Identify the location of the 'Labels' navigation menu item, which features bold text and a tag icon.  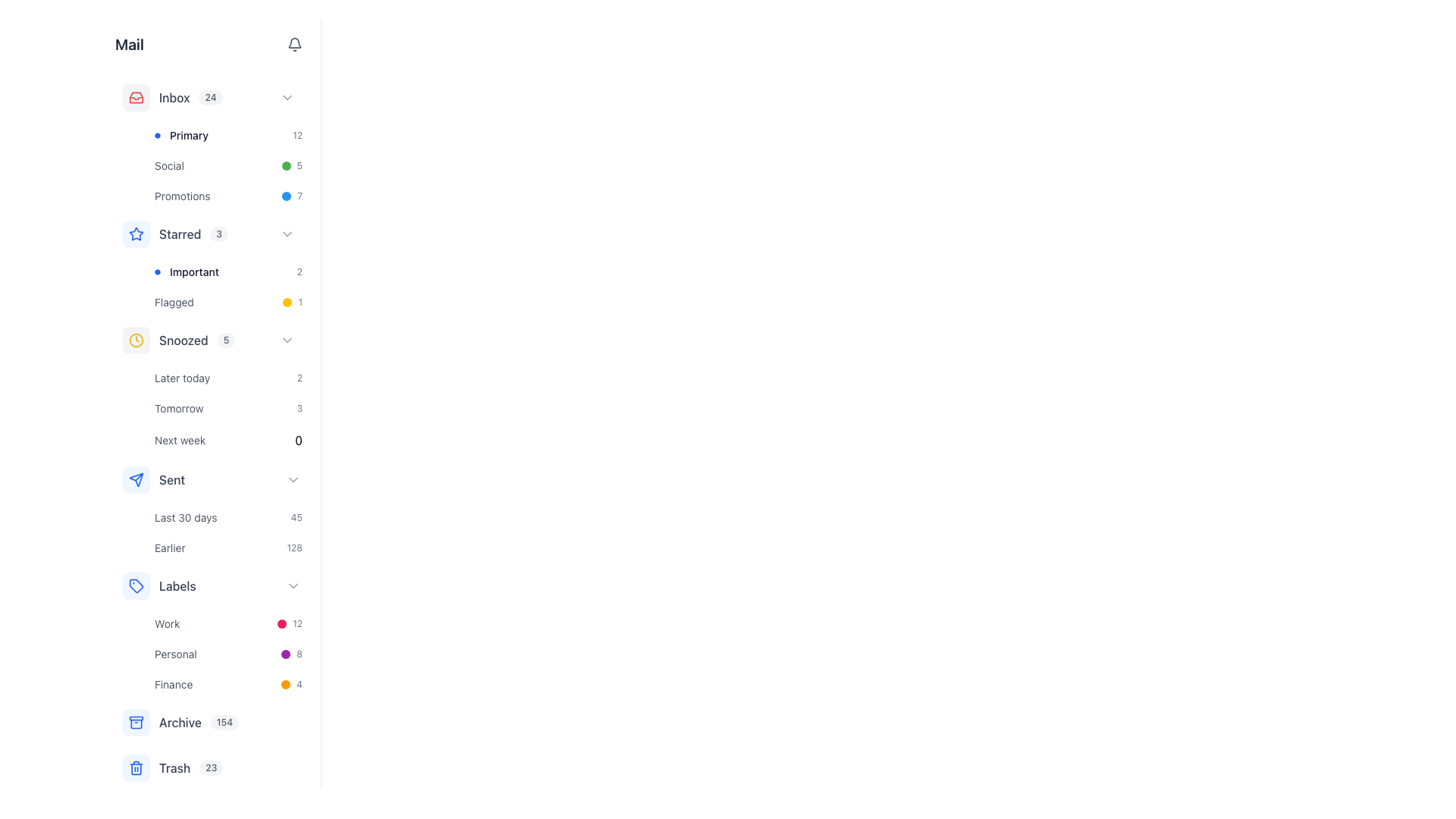
(159, 585).